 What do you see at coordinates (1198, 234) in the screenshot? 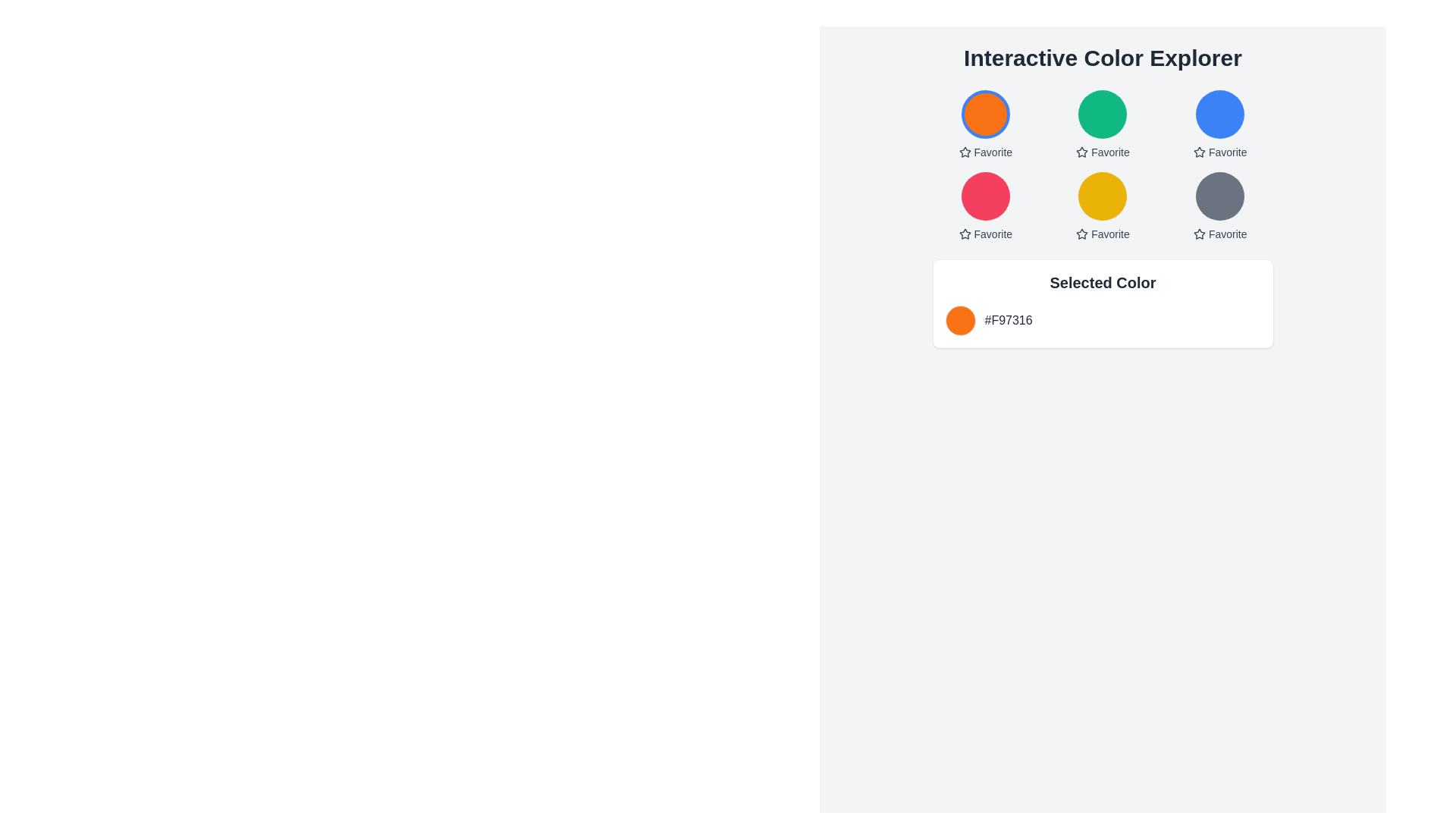
I see `the 'Favorite' icon located below the sixth color swatch (gray) in the 'Interactive Color Explorer'` at bounding box center [1198, 234].